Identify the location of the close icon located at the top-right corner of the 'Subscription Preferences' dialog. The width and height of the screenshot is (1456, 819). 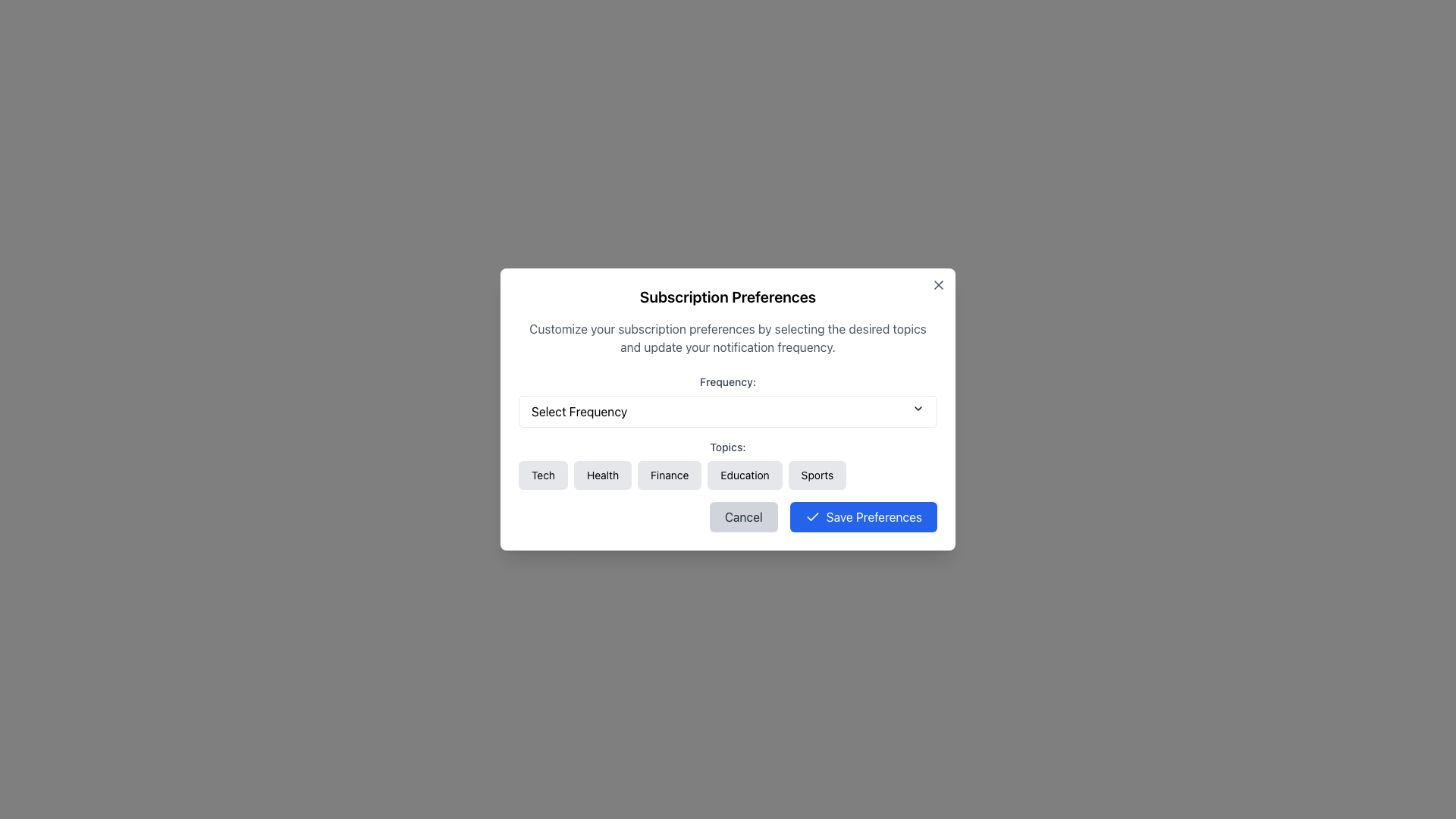
(938, 284).